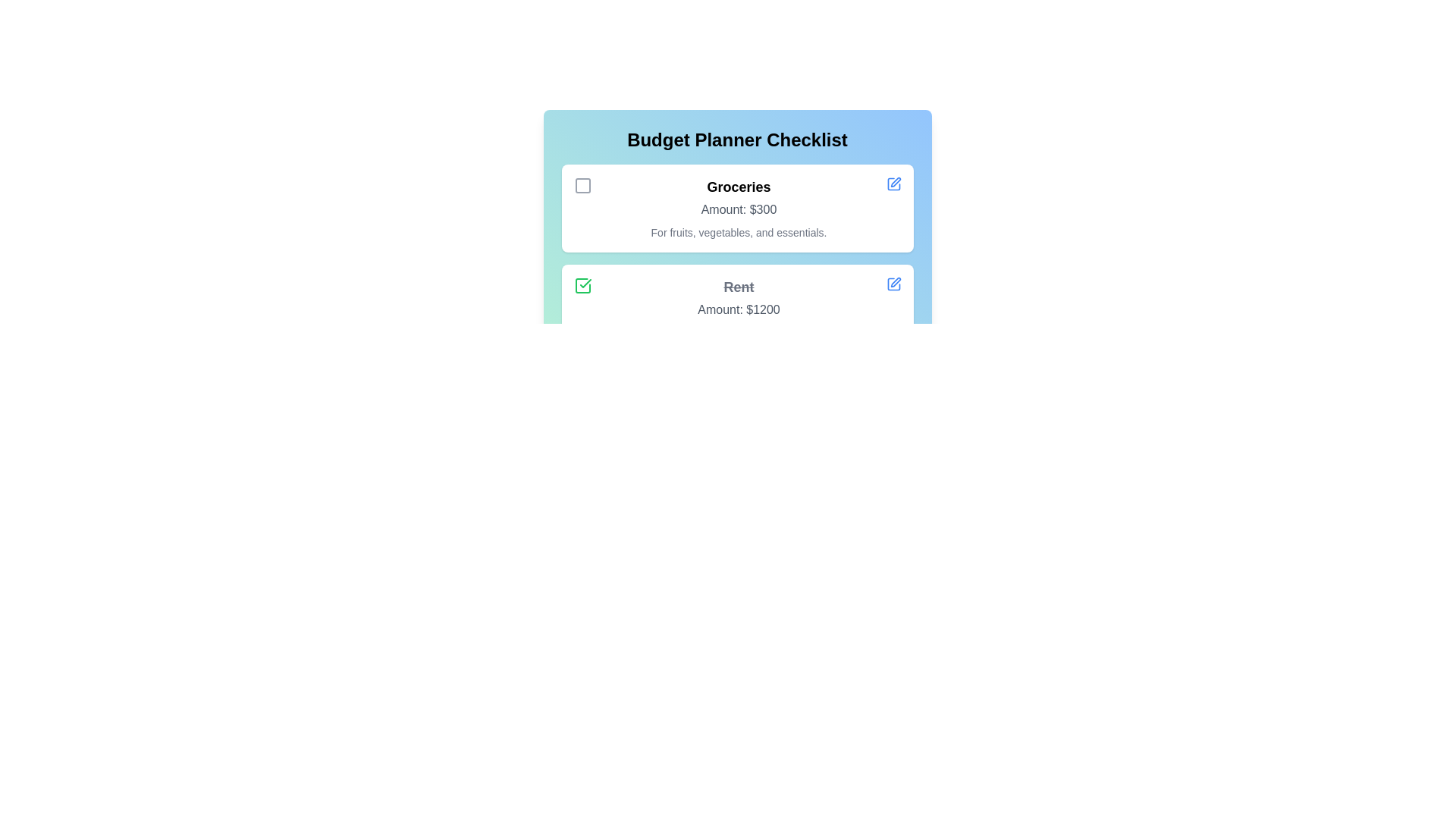 The height and width of the screenshot is (819, 1456). I want to click on the edit button for the checklist item Rent, so click(893, 284).